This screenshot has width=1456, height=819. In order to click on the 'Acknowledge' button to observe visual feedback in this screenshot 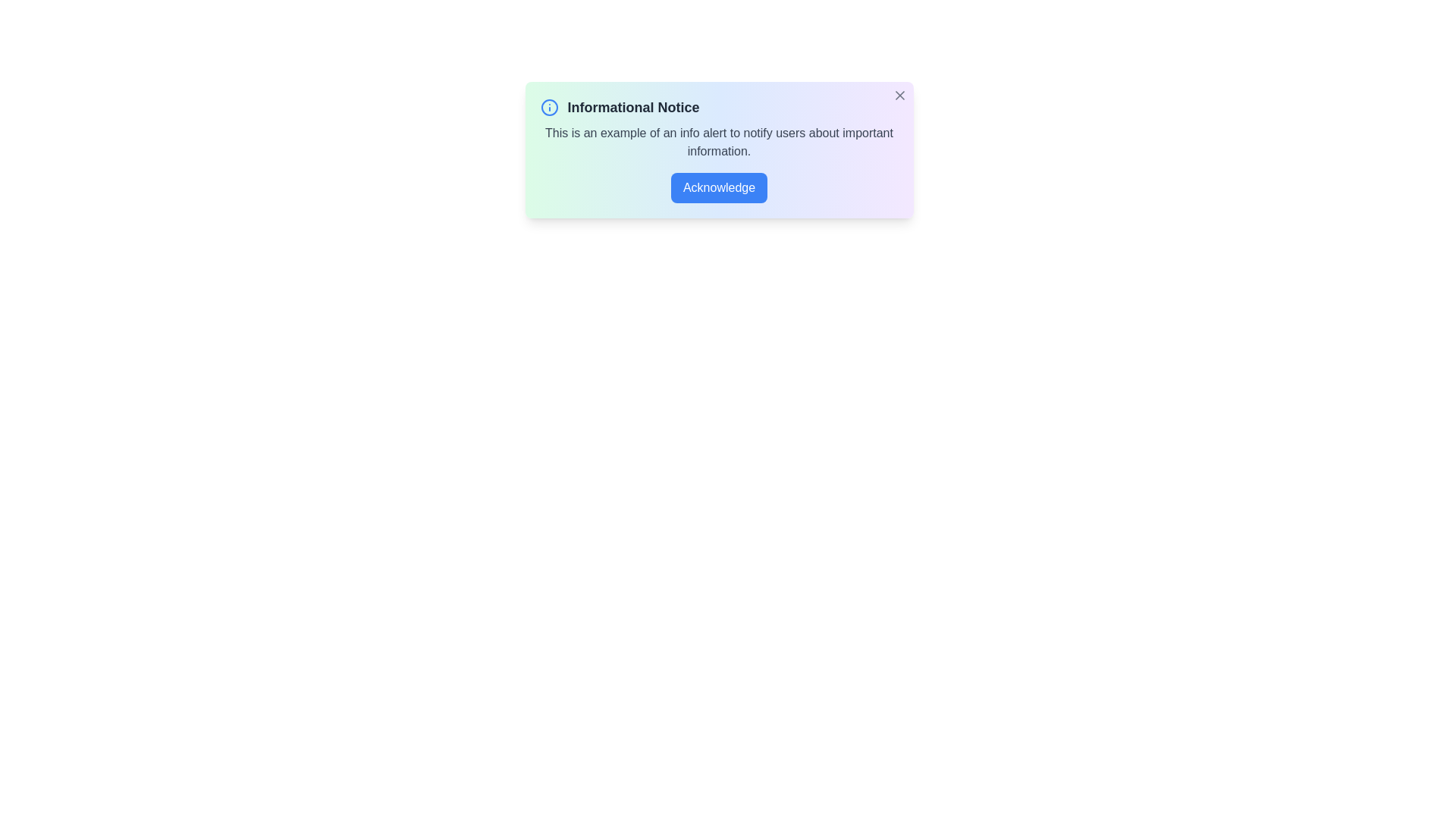, I will do `click(718, 187)`.